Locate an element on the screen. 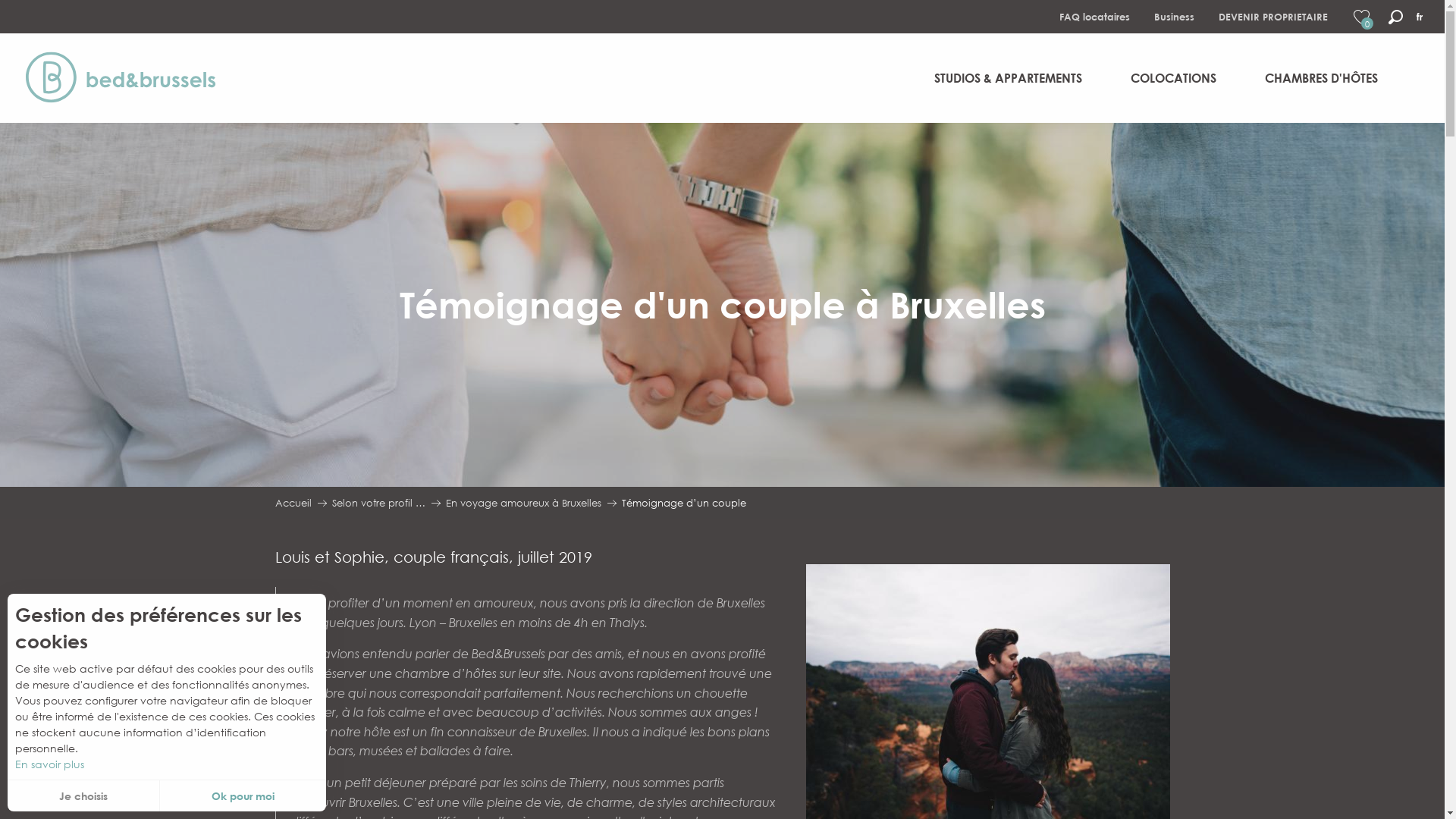 The height and width of the screenshot is (819, 1456). 'Business' is located at coordinates (1173, 17).